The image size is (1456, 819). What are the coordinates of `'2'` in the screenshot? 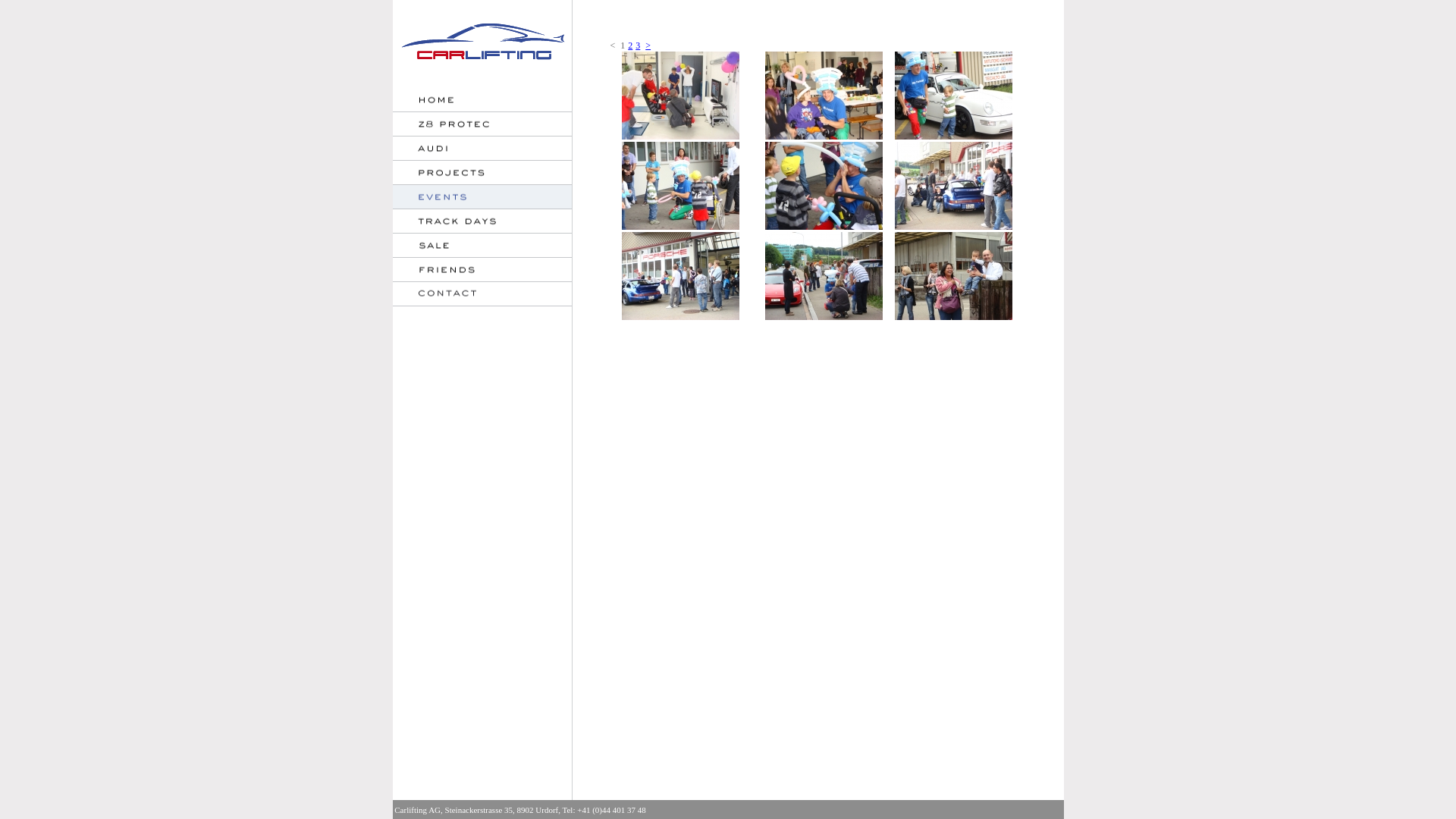 It's located at (629, 45).